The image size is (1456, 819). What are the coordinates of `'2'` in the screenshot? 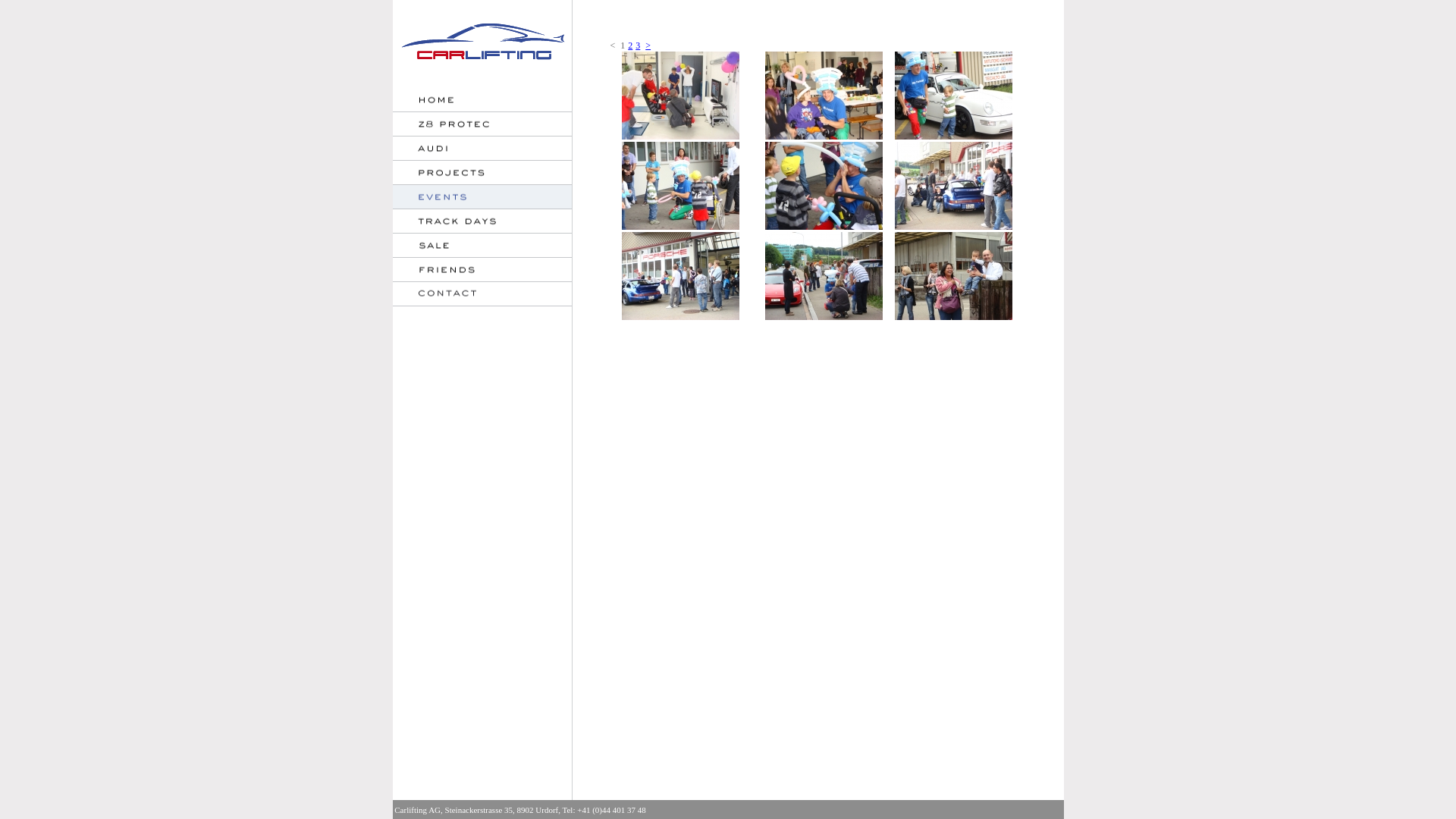 It's located at (629, 45).